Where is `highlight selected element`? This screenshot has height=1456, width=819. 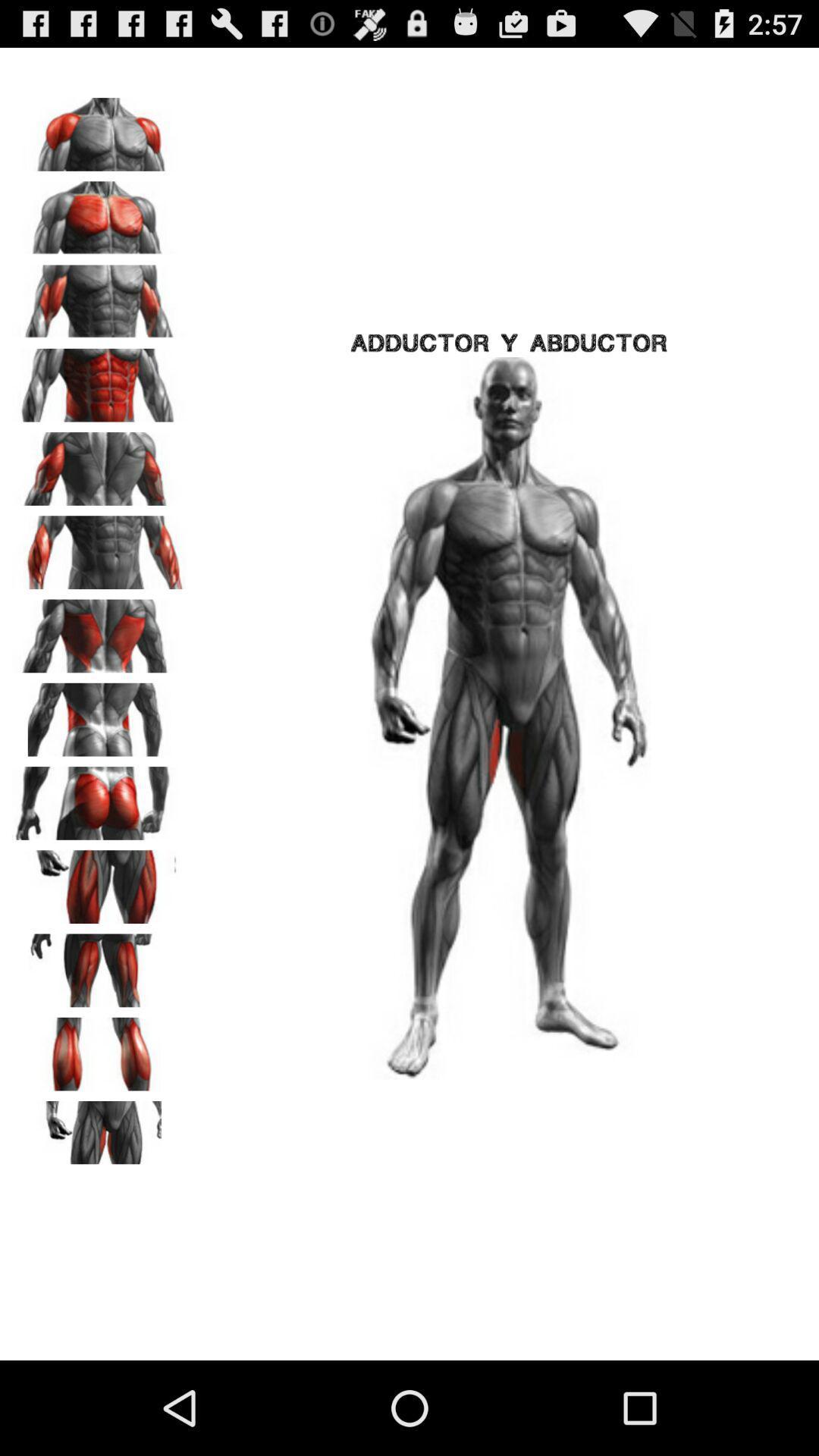 highlight selected element is located at coordinates (99, 1048).